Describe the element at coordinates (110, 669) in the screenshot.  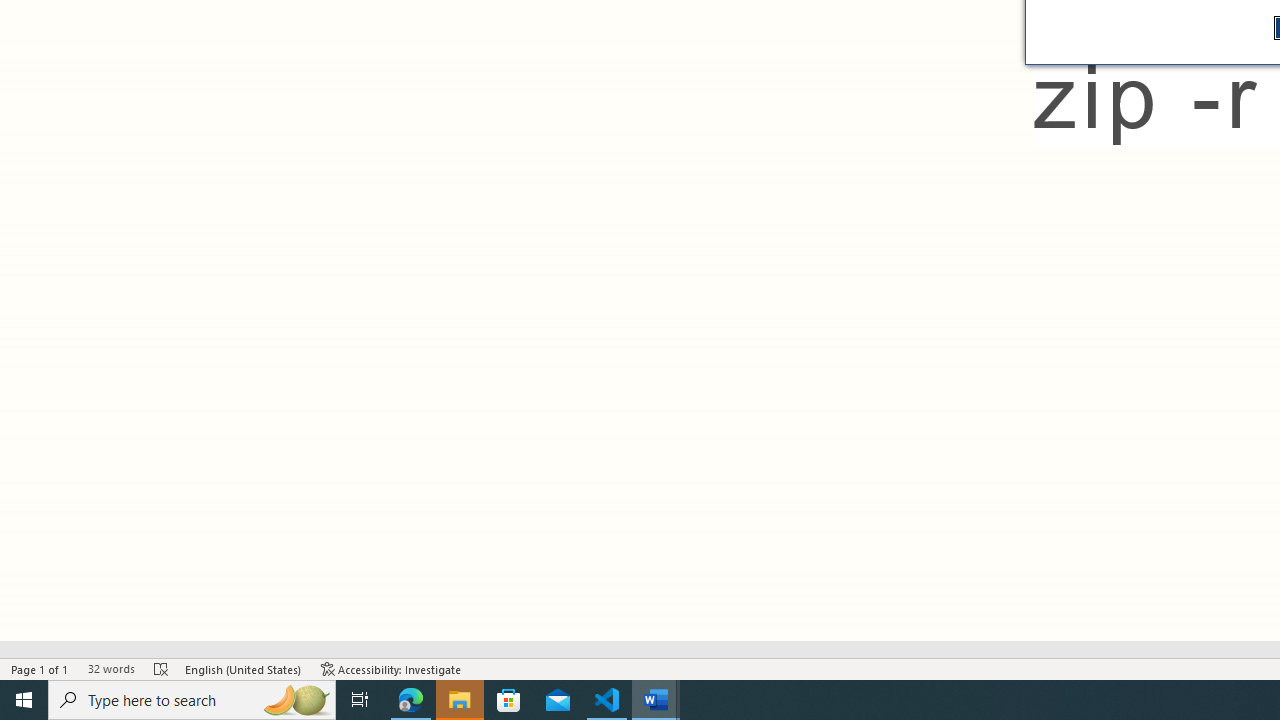
I see `'Word Count 32 words'` at that location.